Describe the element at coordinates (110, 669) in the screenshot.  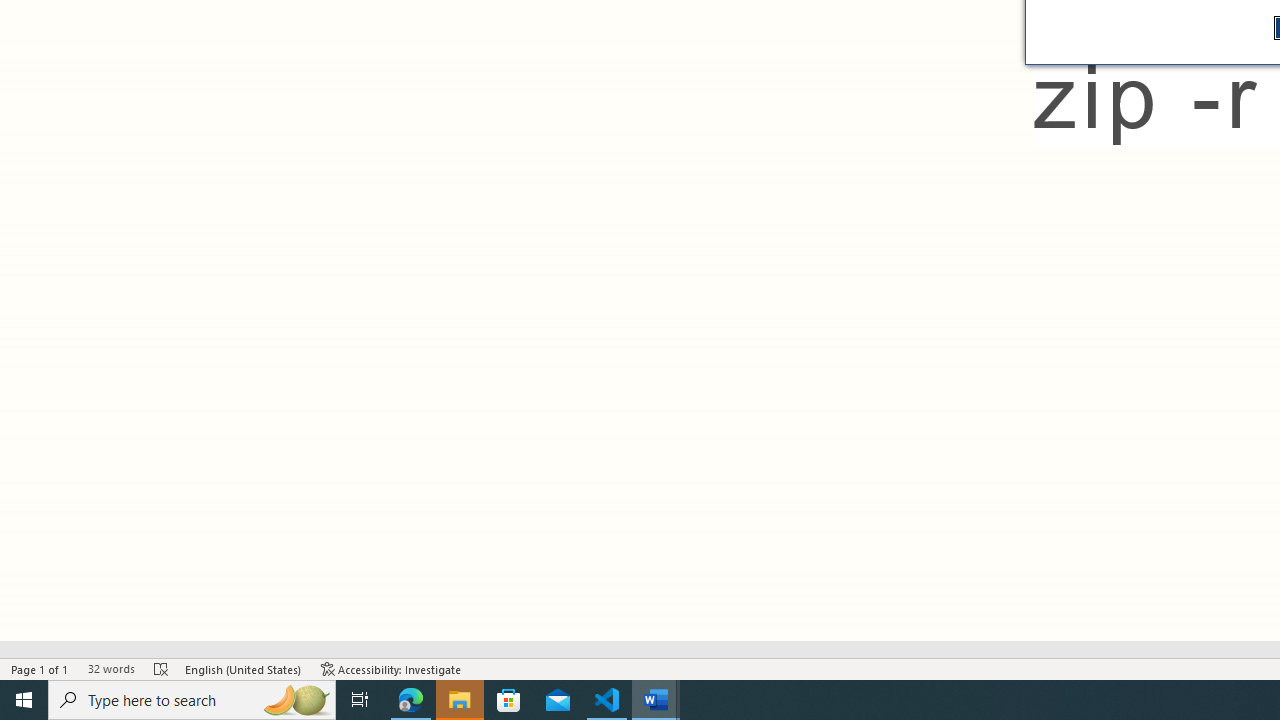
I see `'Word Count 32 words'` at that location.